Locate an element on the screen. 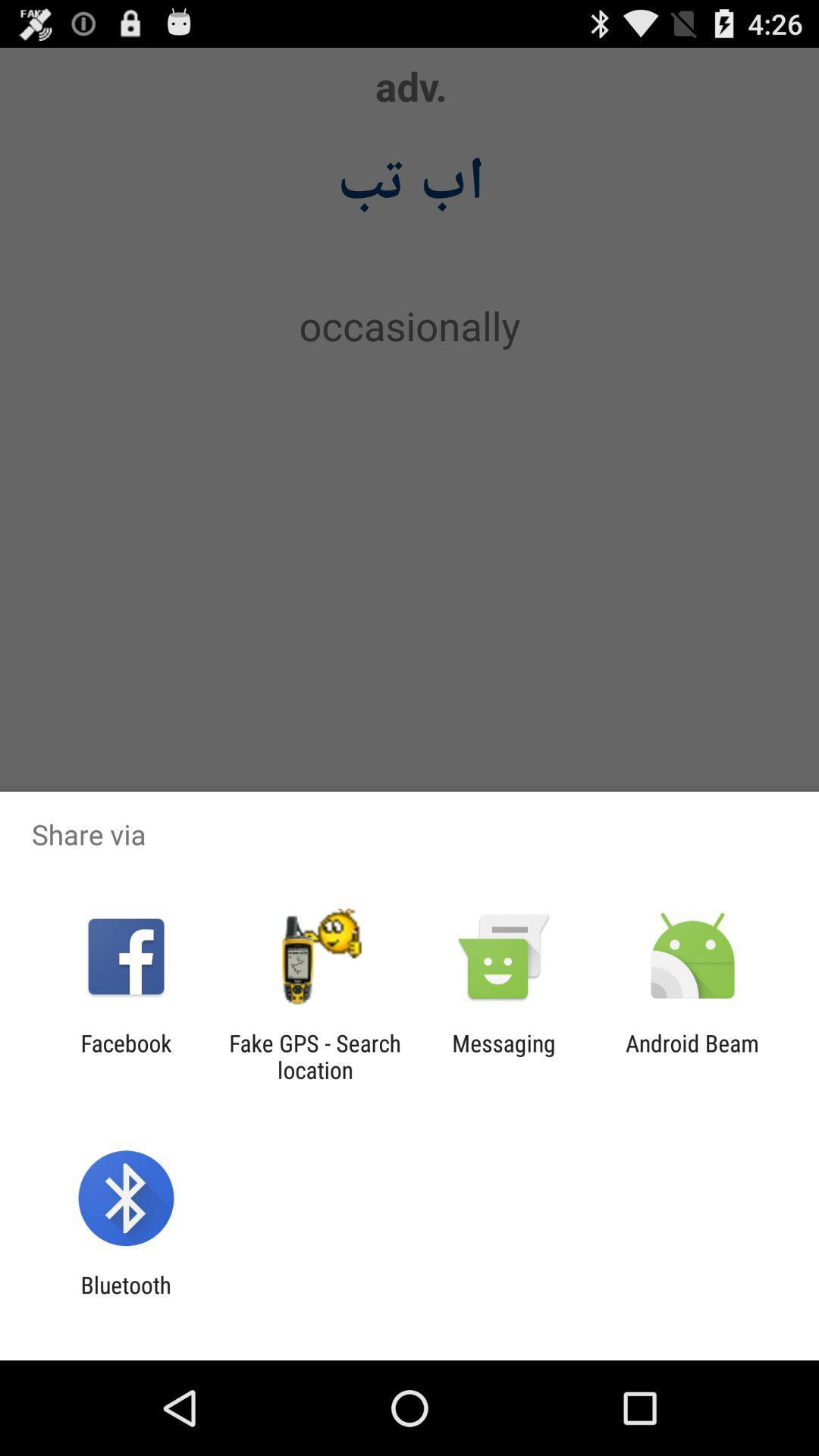 This screenshot has width=819, height=1456. app next to the fake gps search item is located at coordinates (504, 1056).